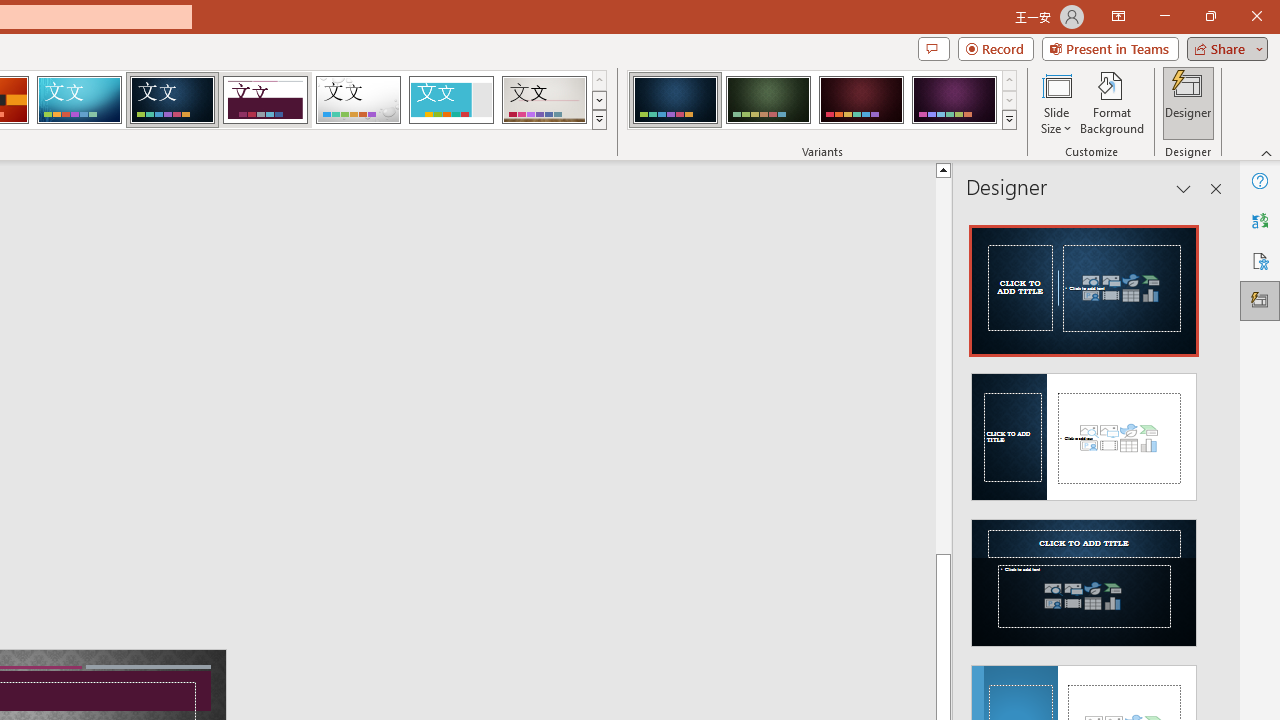 This screenshot has width=1280, height=720. Describe the element at coordinates (598, 120) in the screenshot. I see `'Themes'` at that location.